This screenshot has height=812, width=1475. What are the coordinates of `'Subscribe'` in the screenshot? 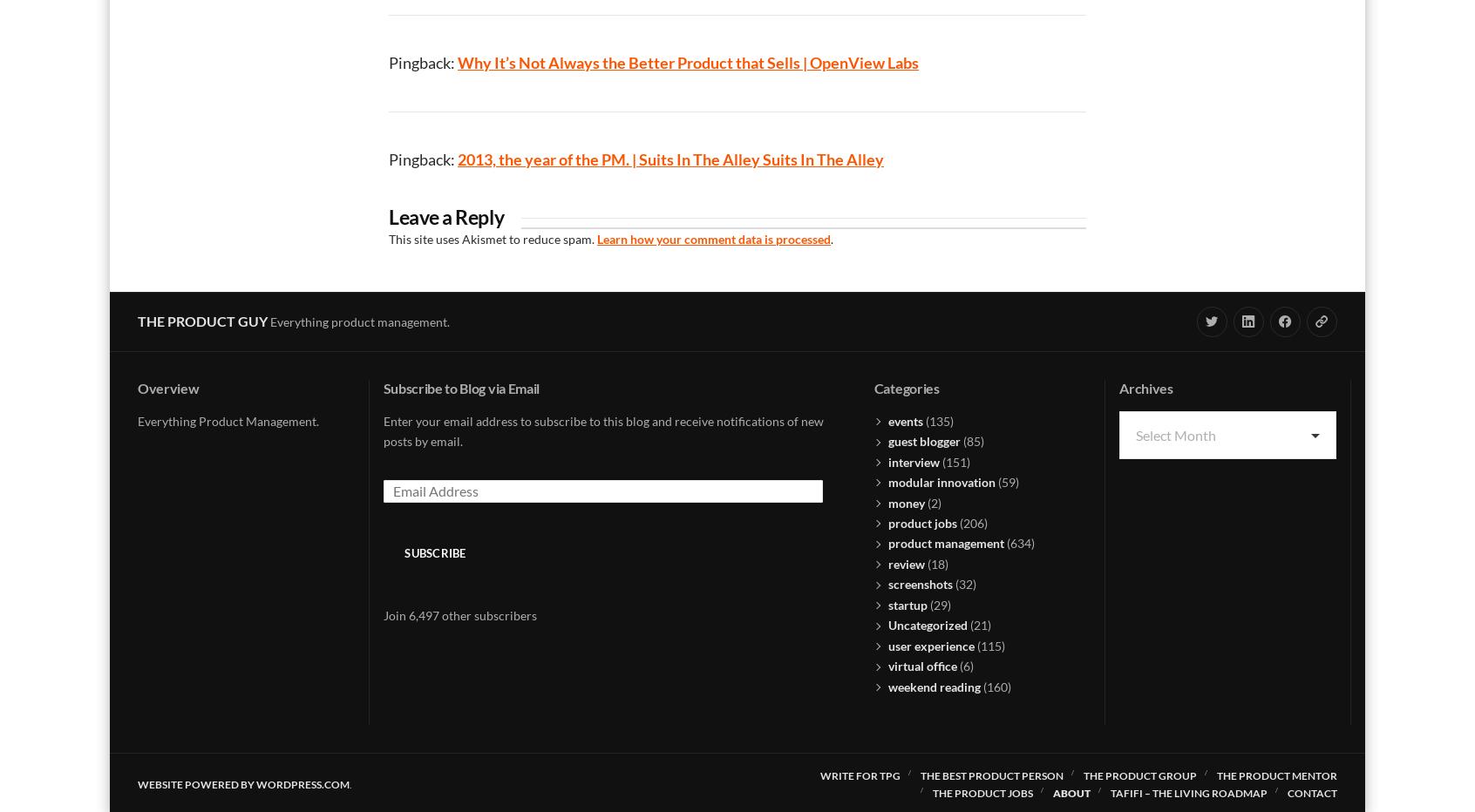 It's located at (434, 551).